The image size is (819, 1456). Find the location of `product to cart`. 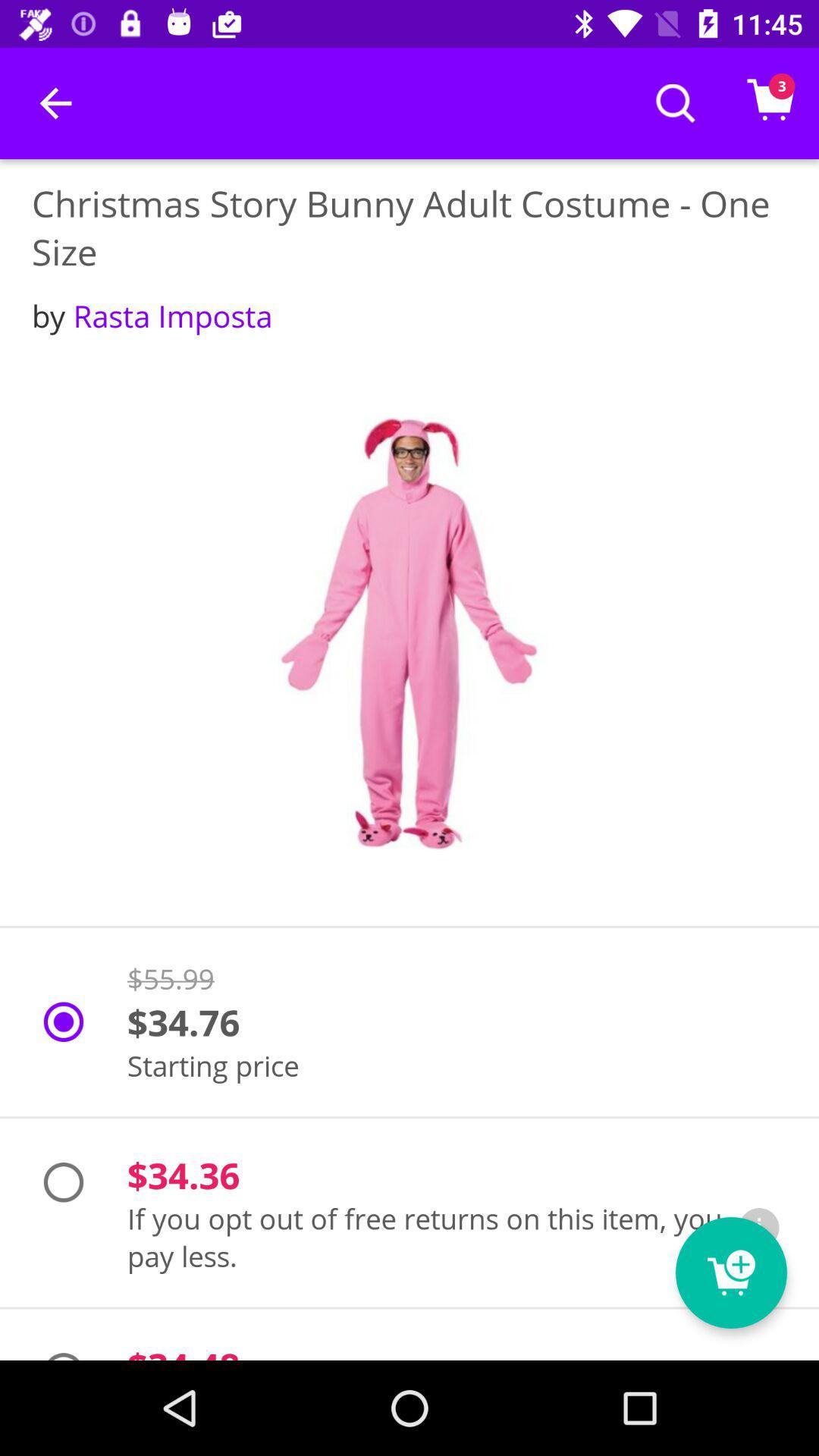

product to cart is located at coordinates (730, 1272).